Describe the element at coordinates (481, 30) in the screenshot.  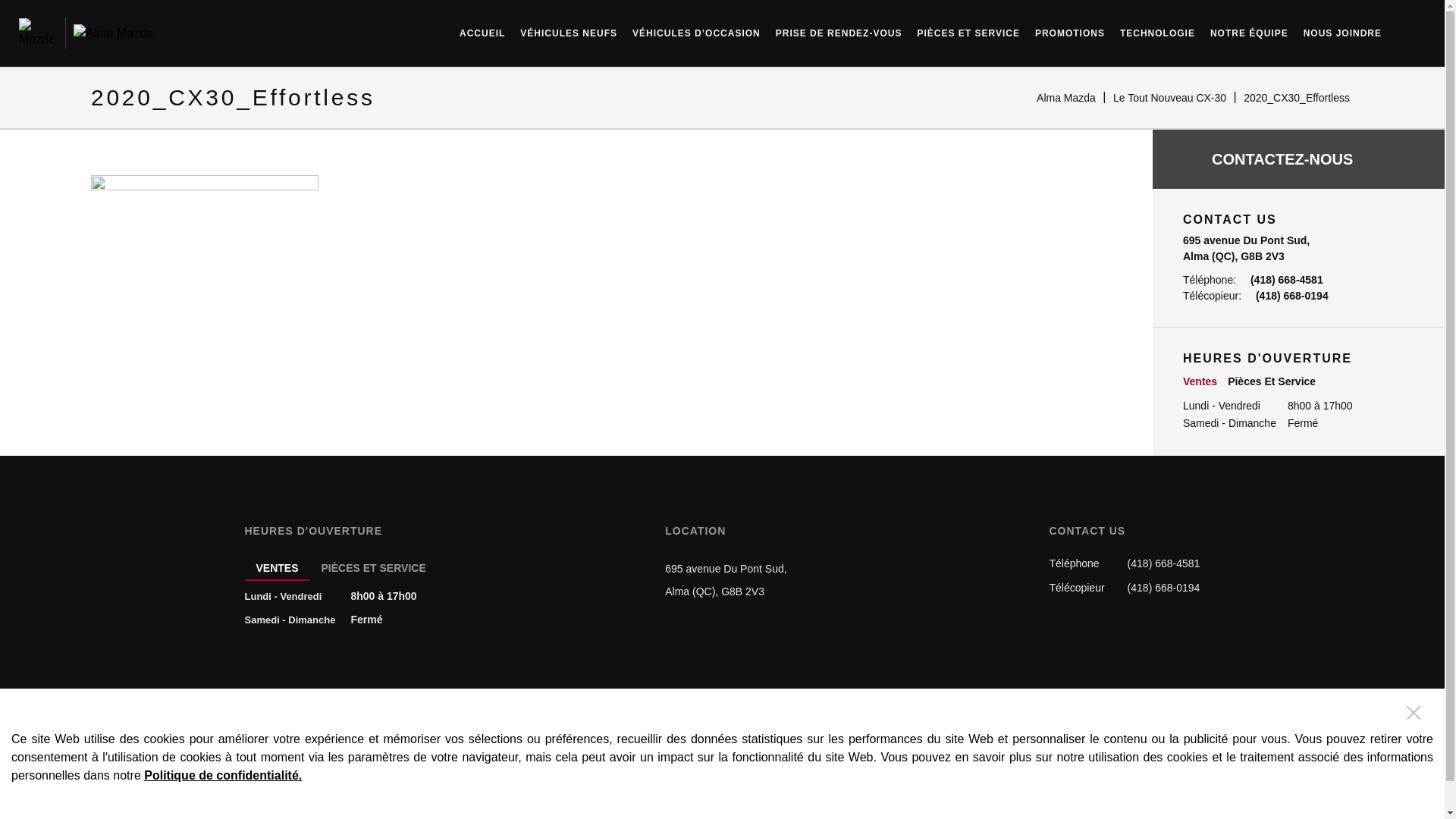
I see `'ACCUEIL'` at that location.